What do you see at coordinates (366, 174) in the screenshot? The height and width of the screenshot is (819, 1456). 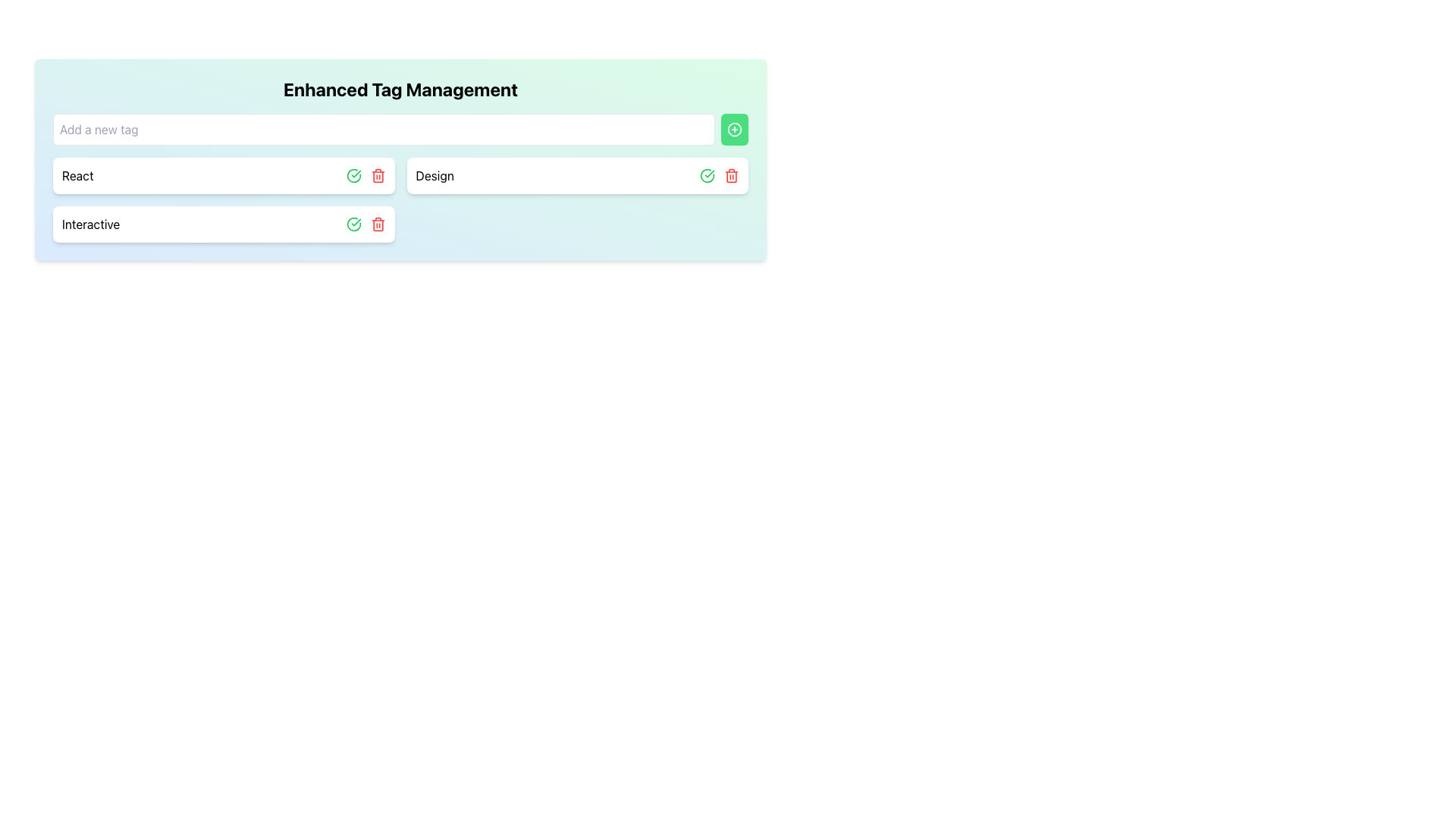 I see `the checkmark icon in the Interactive icon group related to the 'React' tag to confirm or accept` at bounding box center [366, 174].